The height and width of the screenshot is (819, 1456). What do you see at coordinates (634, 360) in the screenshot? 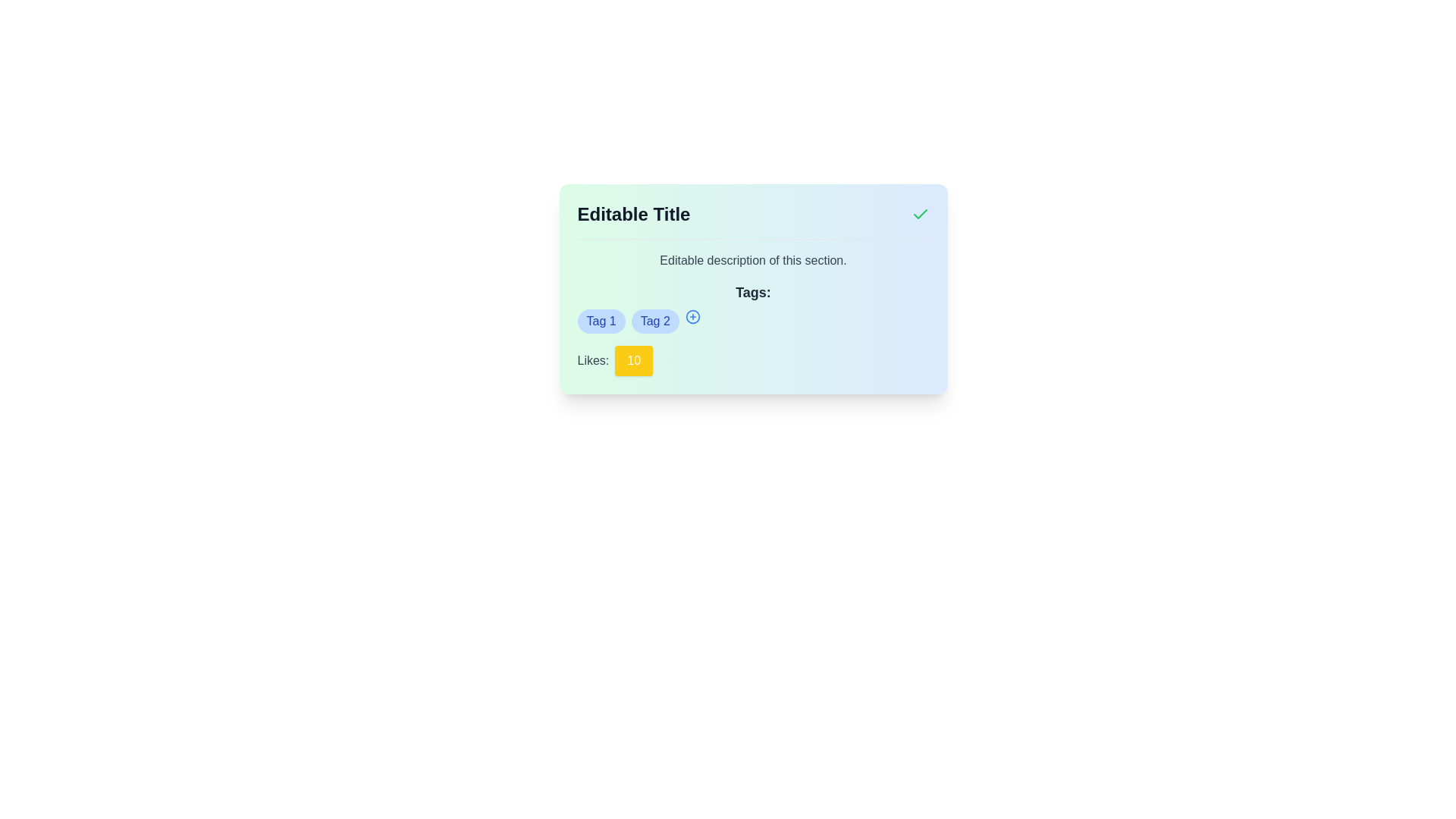
I see `the yellow rectangular button displaying the number '10', located to the right of the 'Likes:' label` at bounding box center [634, 360].